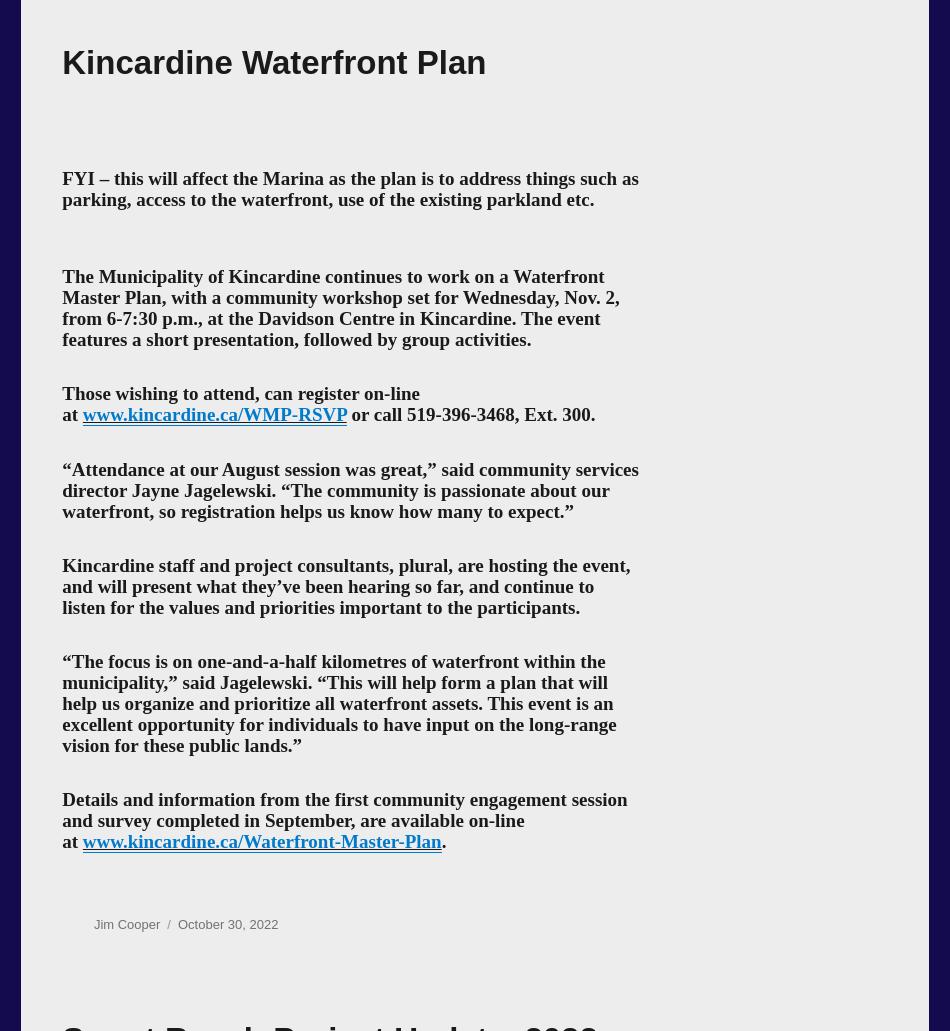 This screenshot has width=950, height=1031. Describe the element at coordinates (344, 584) in the screenshot. I see `'Kincardine staff and project consultants, plural, are hosting the event, and will present what they’ve been hearing so far, and continue to listen for the values and priorities important to the participants.'` at that location.